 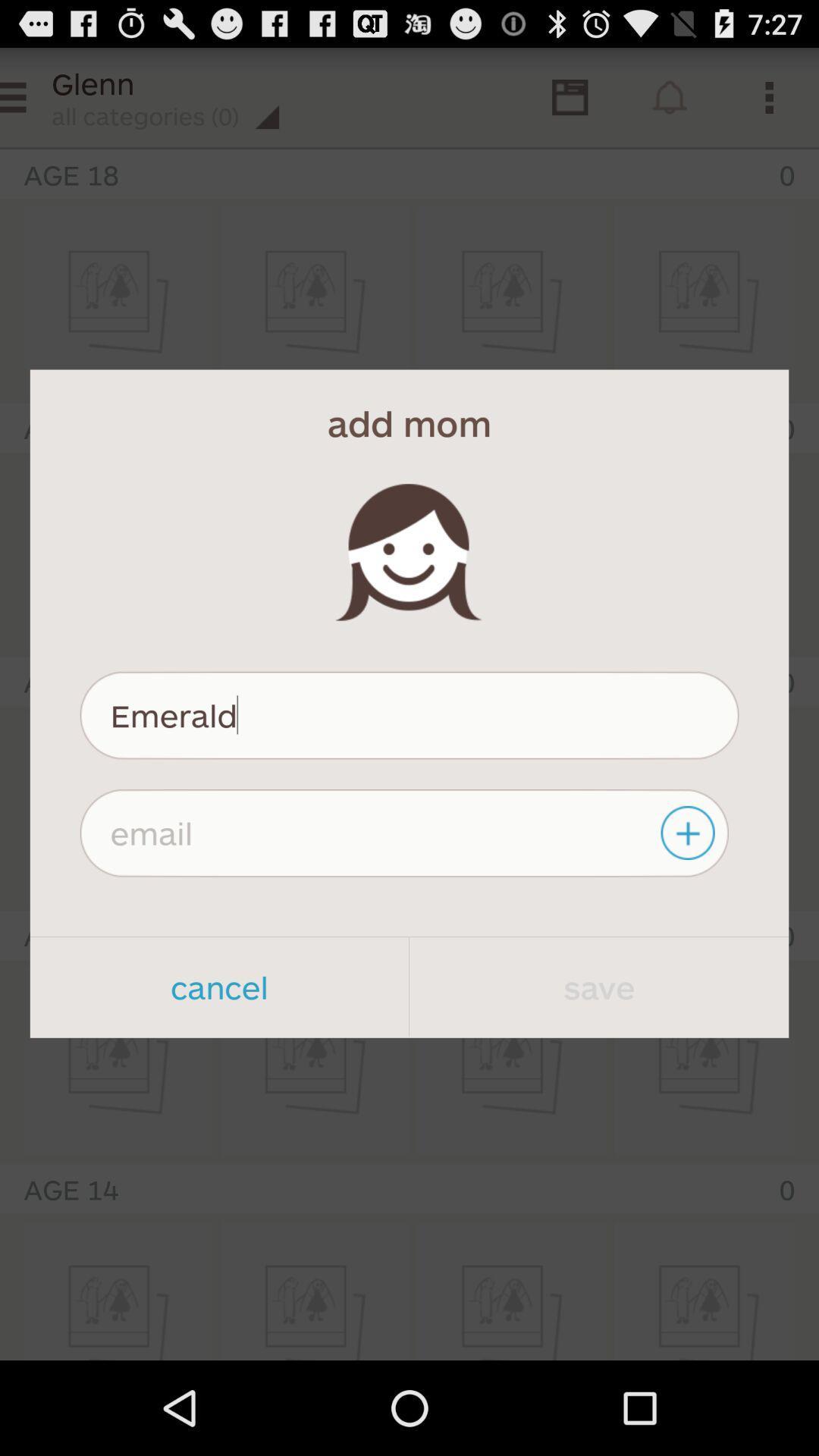 I want to click on email, so click(x=403, y=832).